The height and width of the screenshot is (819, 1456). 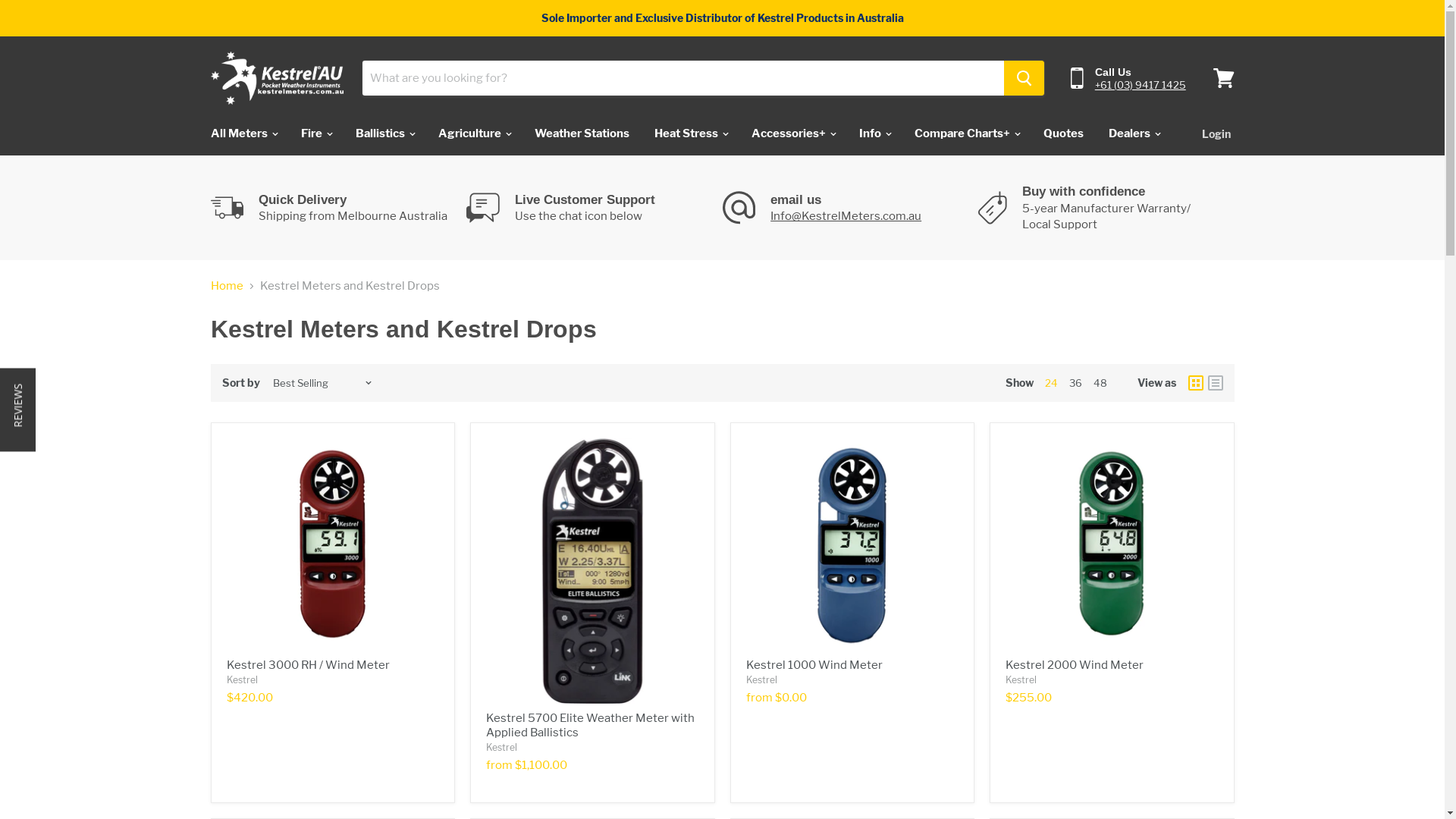 What do you see at coordinates (689, 133) in the screenshot?
I see `'Heat Stress'` at bounding box center [689, 133].